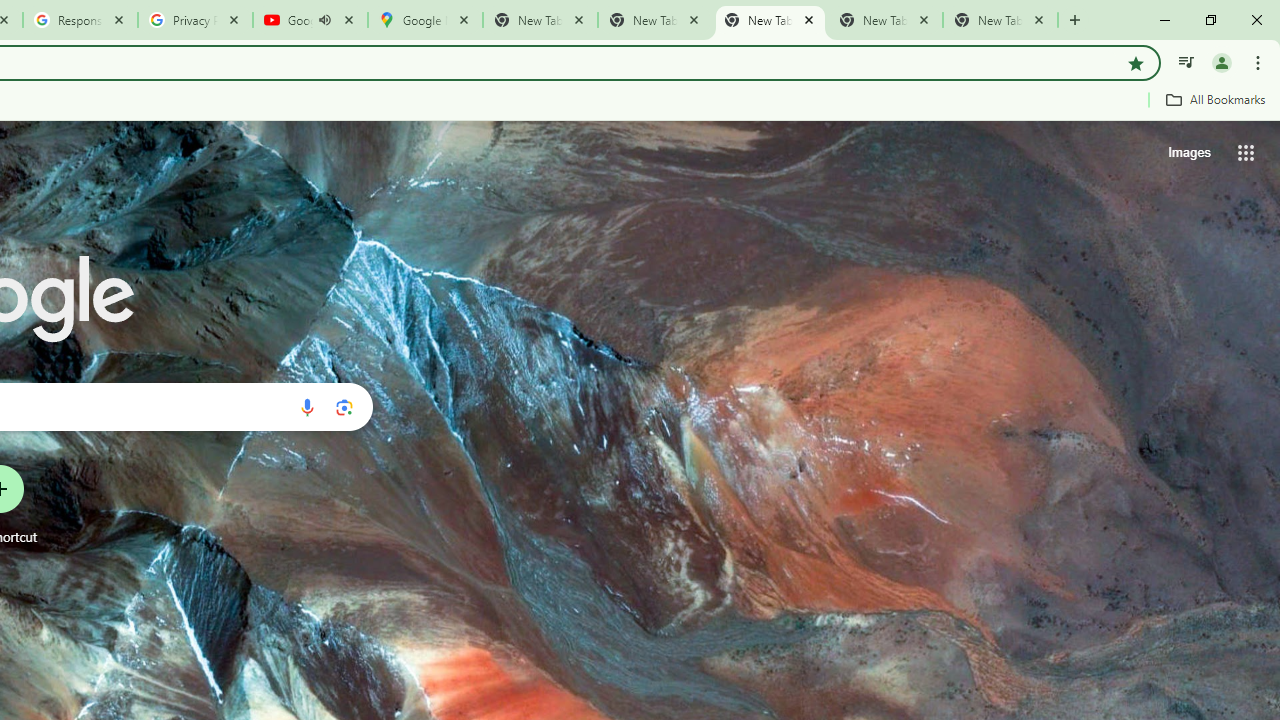  What do you see at coordinates (325, 20) in the screenshot?
I see `'Mute tab'` at bounding box center [325, 20].